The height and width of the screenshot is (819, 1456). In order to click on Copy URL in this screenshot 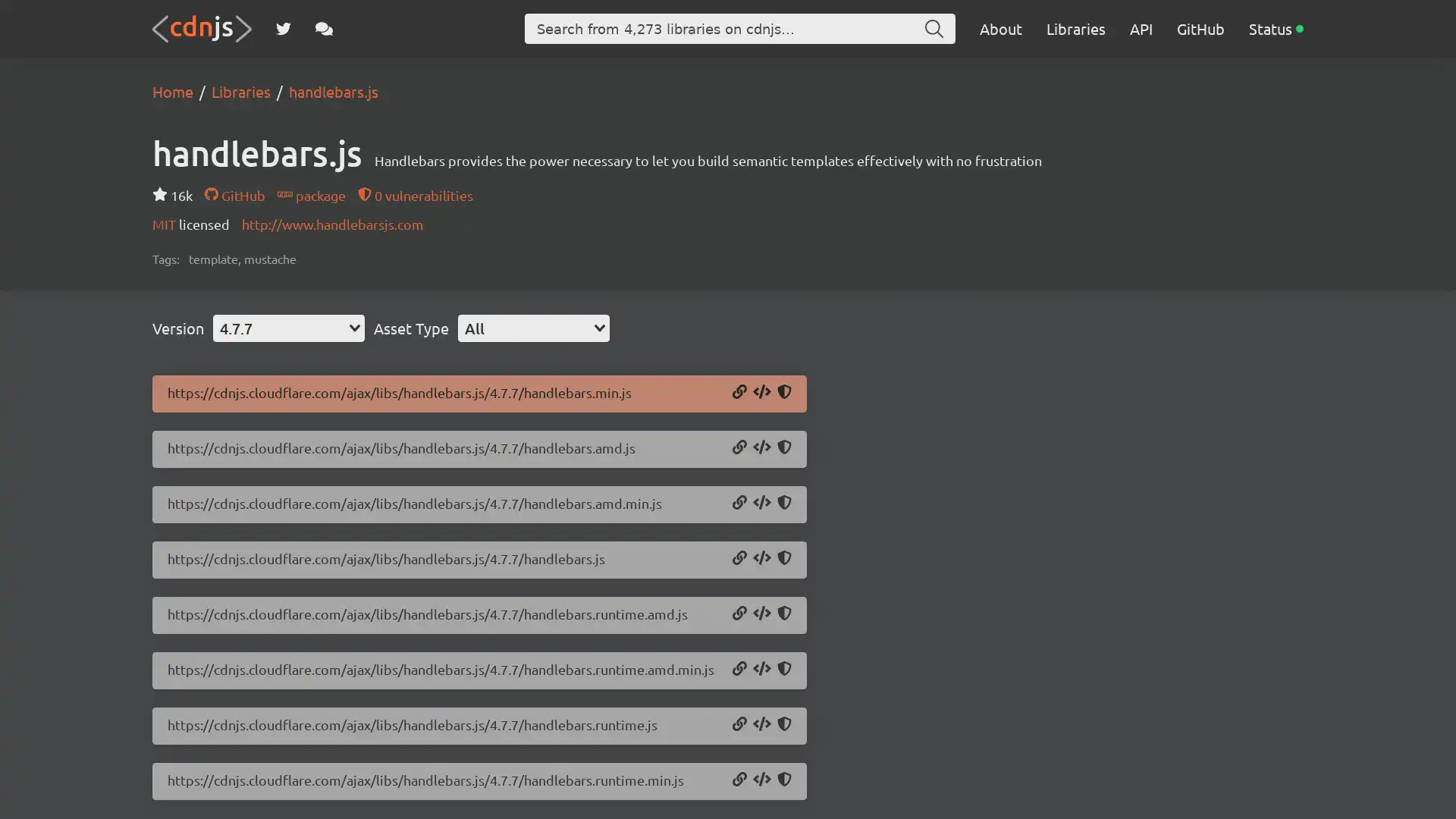, I will do `click(739, 392)`.